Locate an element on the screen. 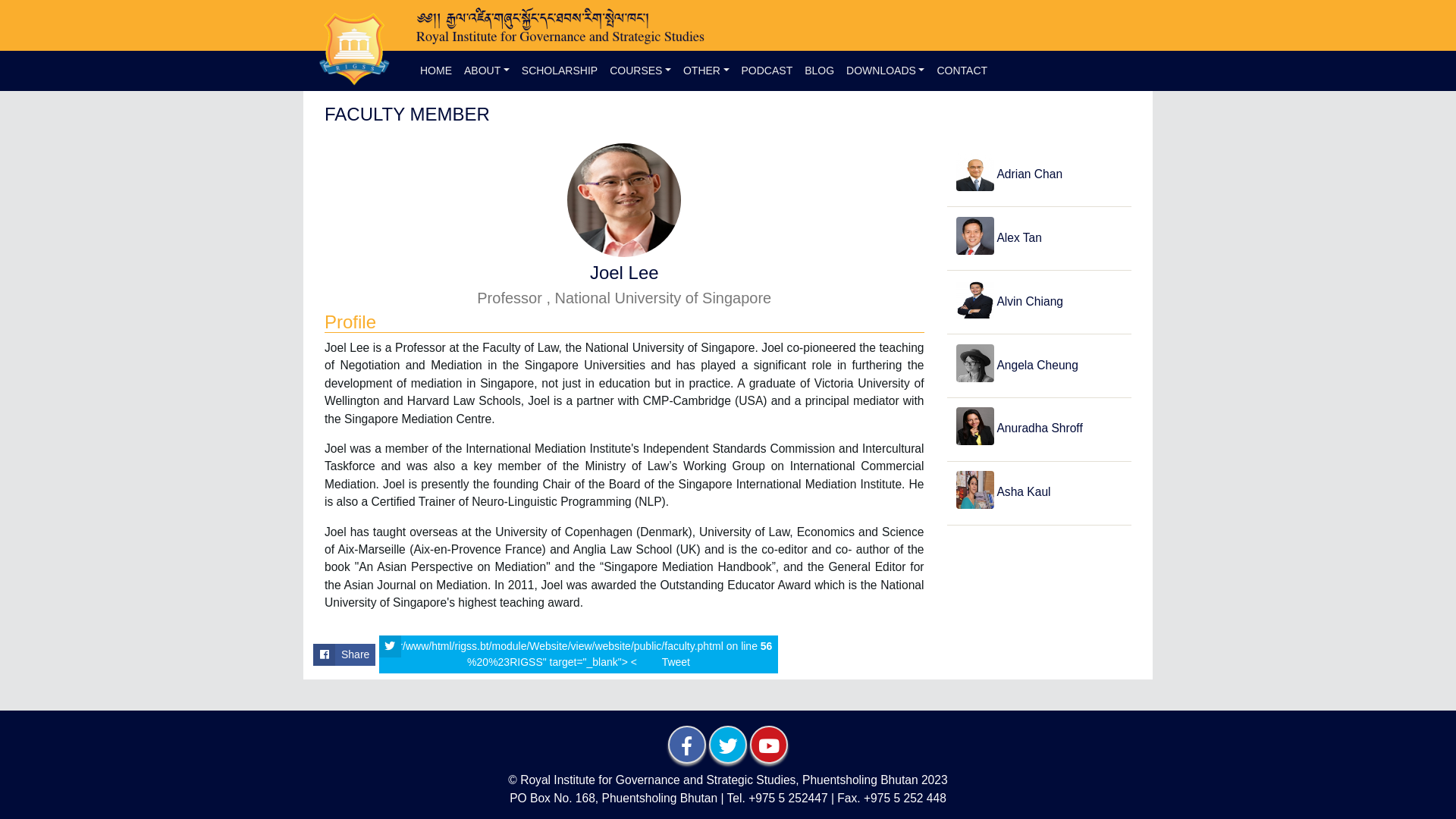  'Alvin Chiang' is located at coordinates (1037, 302).